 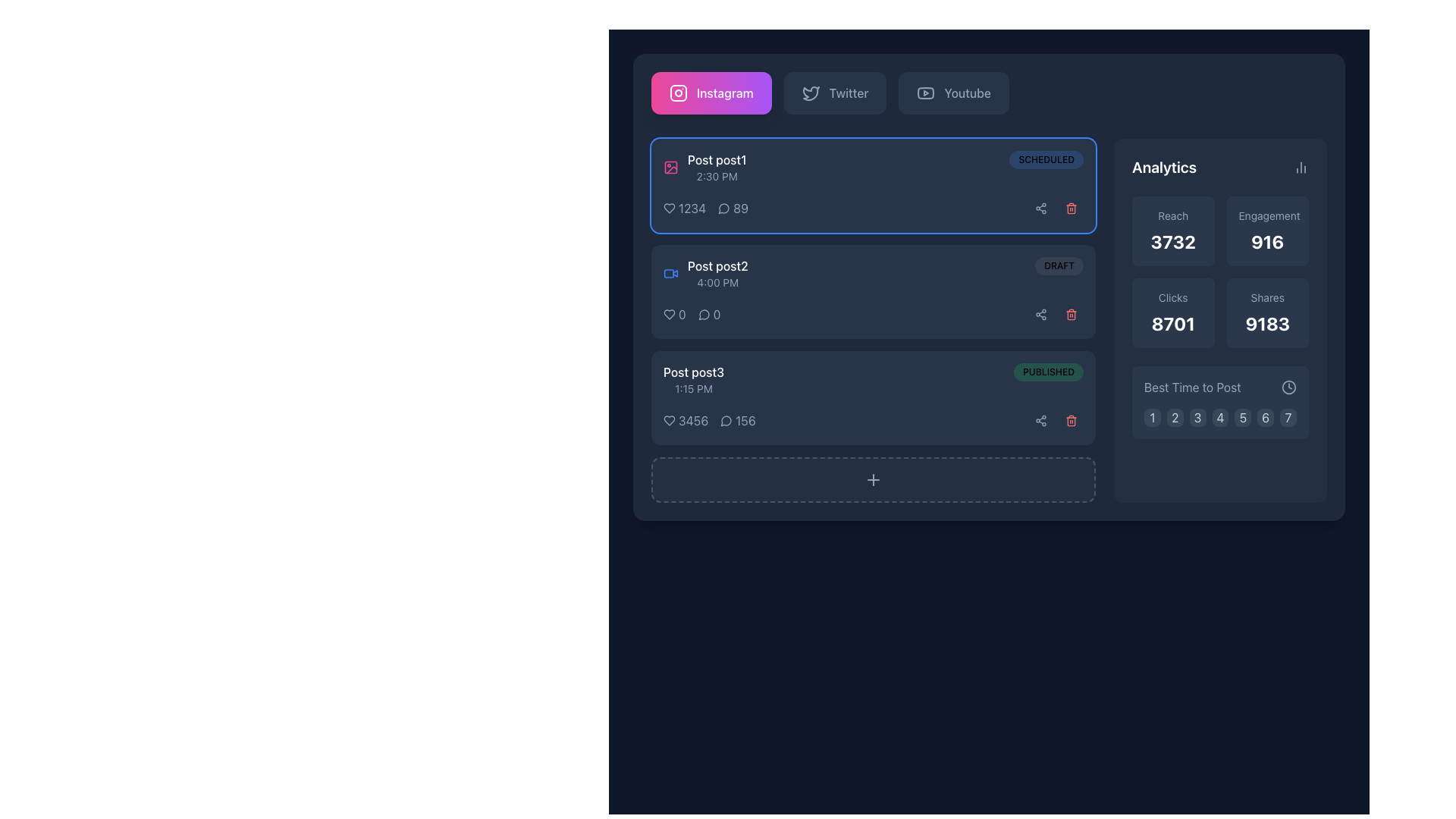 What do you see at coordinates (1040, 314) in the screenshot?
I see `the share button located immediately to the right of the post labeled 'Post post2' to initiate sharing` at bounding box center [1040, 314].